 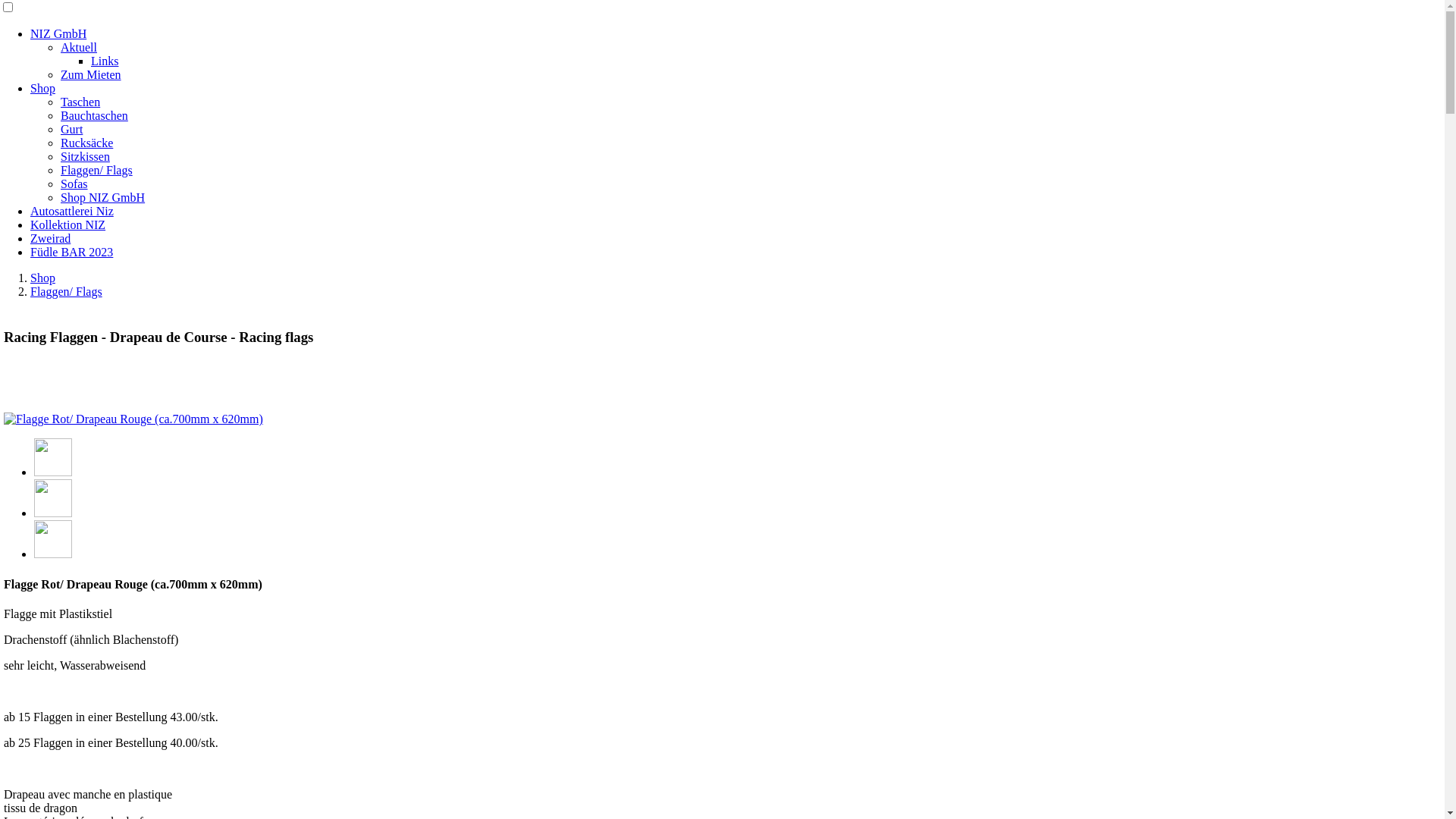 I want to click on 'Shop', so click(x=30, y=88).